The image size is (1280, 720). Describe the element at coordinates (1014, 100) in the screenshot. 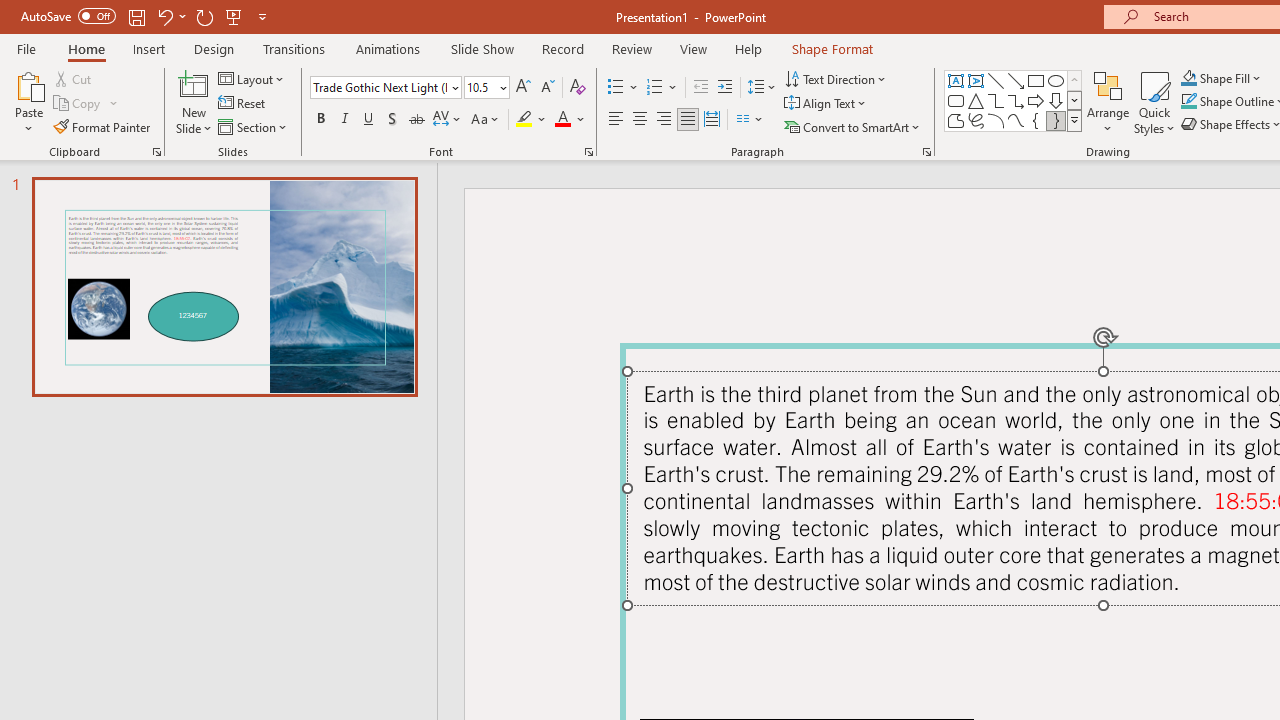

I see `'AutomationID: ShapesInsertGallery'` at that location.